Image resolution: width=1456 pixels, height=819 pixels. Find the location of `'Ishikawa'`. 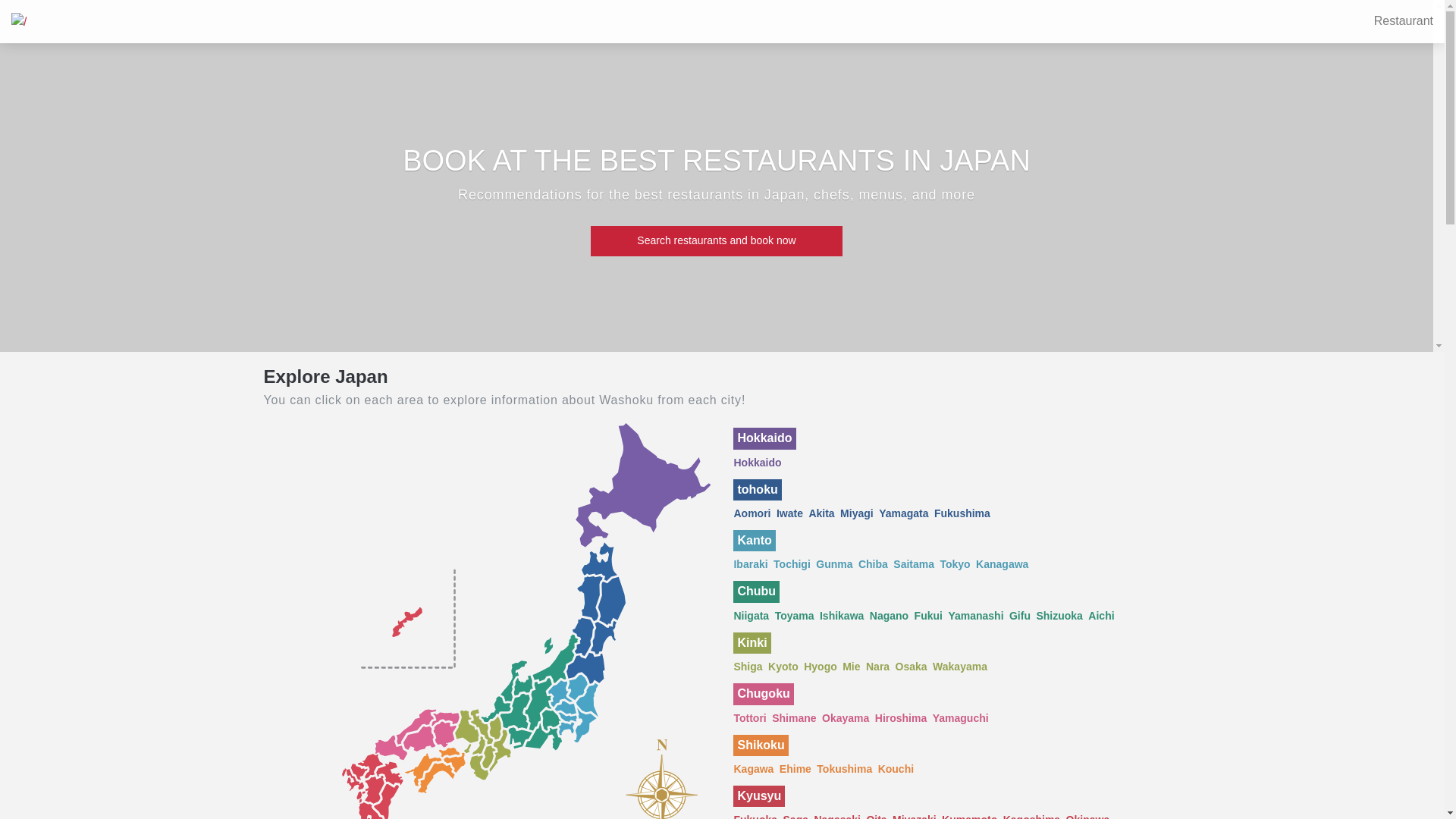

'Ishikawa' is located at coordinates (840, 616).